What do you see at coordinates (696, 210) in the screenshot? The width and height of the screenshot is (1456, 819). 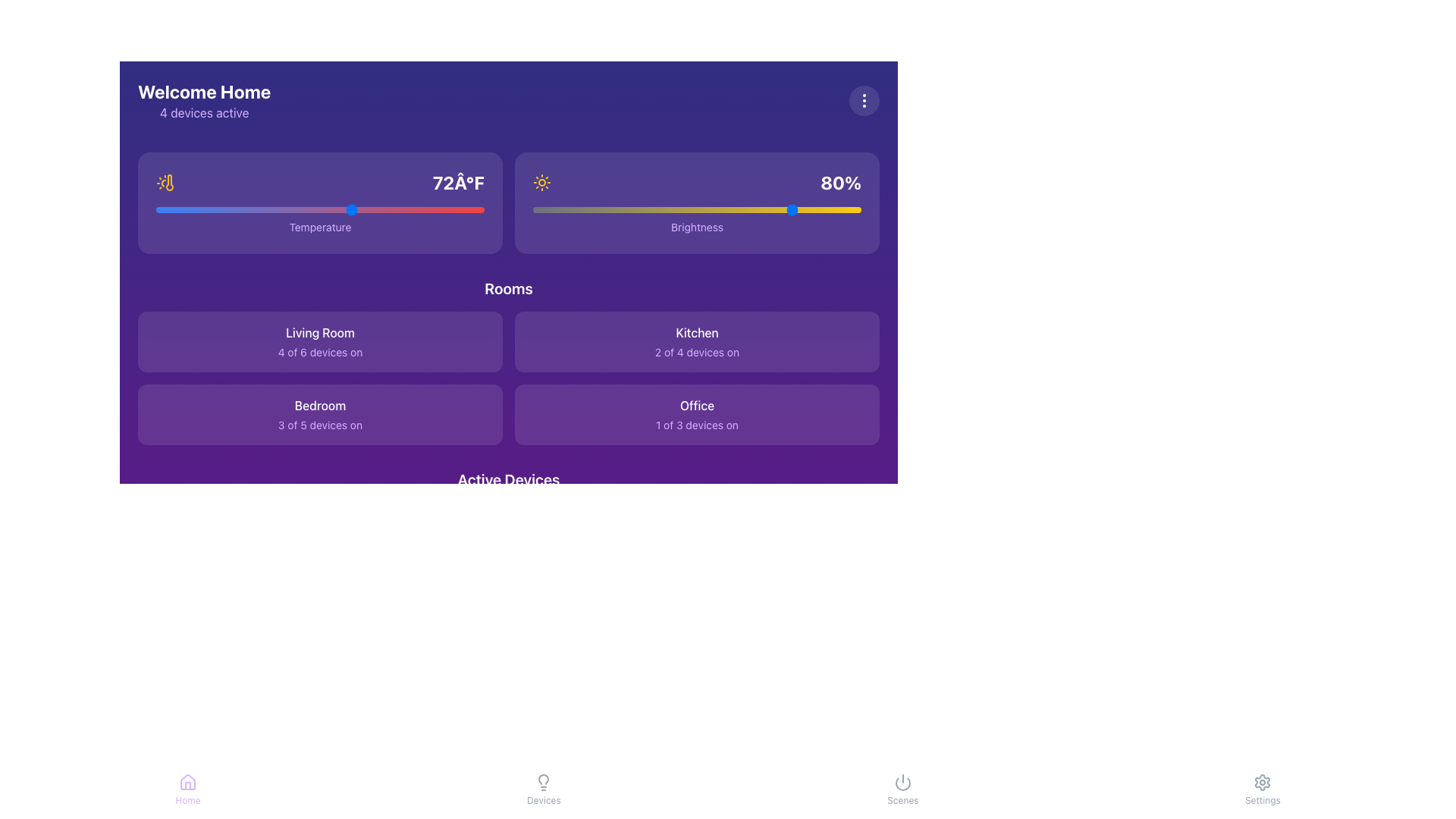 I see `the slider control, which has a gradient color scheme and is located beneath the sun icon labeled '80%'` at bounding box center [696, 210].